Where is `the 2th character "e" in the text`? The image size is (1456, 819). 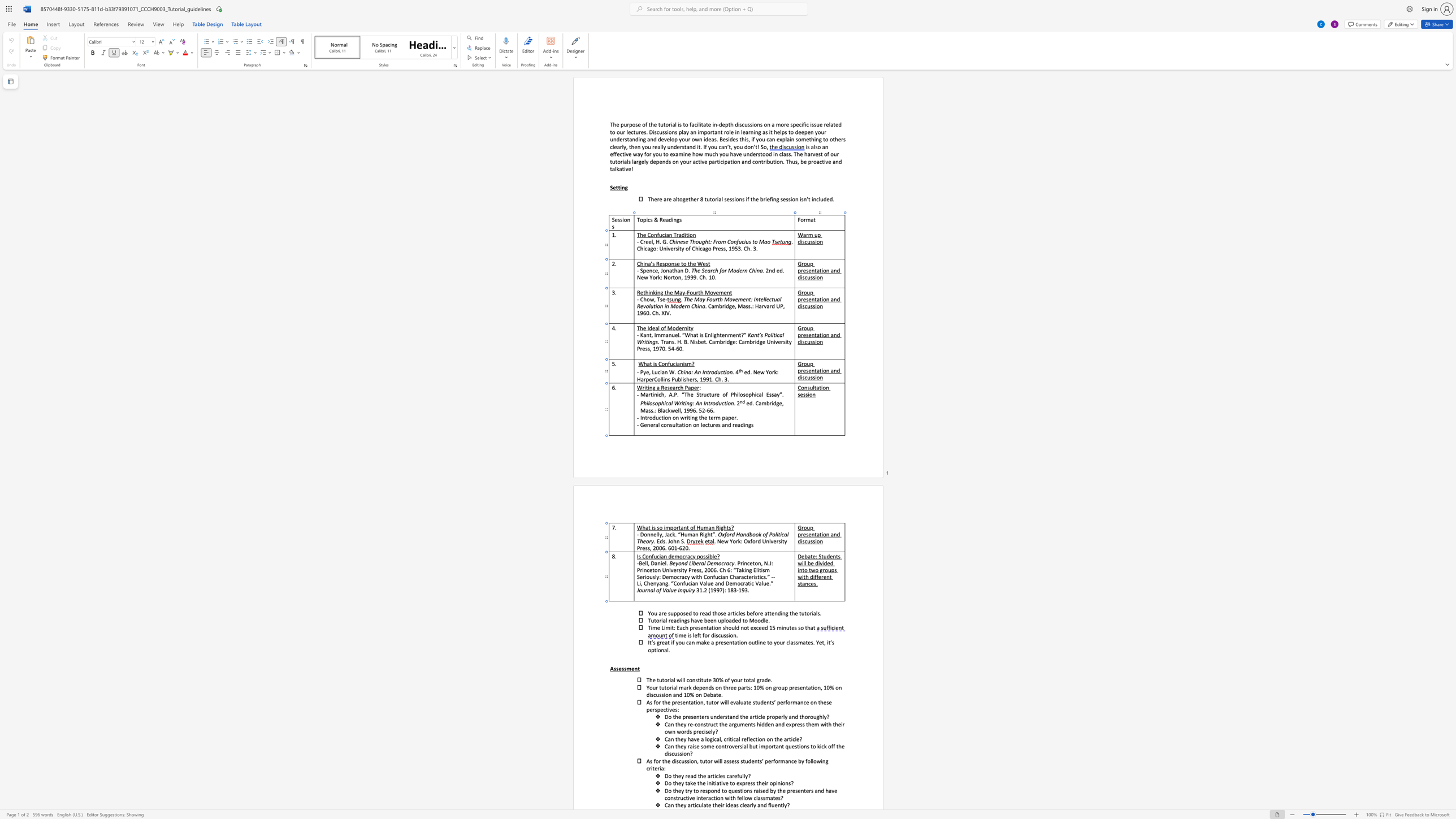 the 2th character "e" in the text is located at coordinates (697, 563).